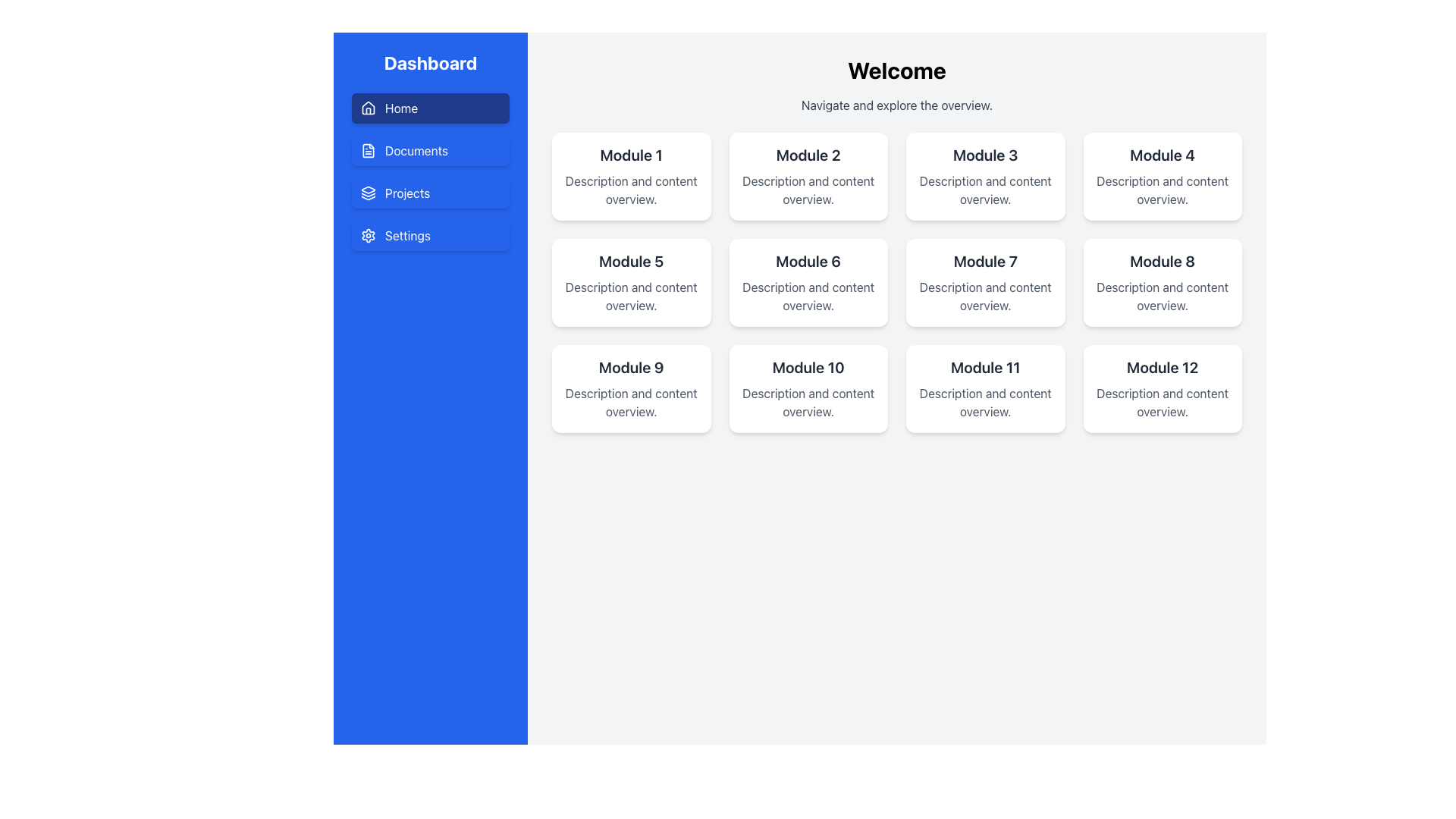  What do you see at coordinates (985, 283) in the screenshot?
I see `the Card representing Module 7, which displays its title and brief description, located in the second row and third column of the grid layout` at bounding box center [985, 283].